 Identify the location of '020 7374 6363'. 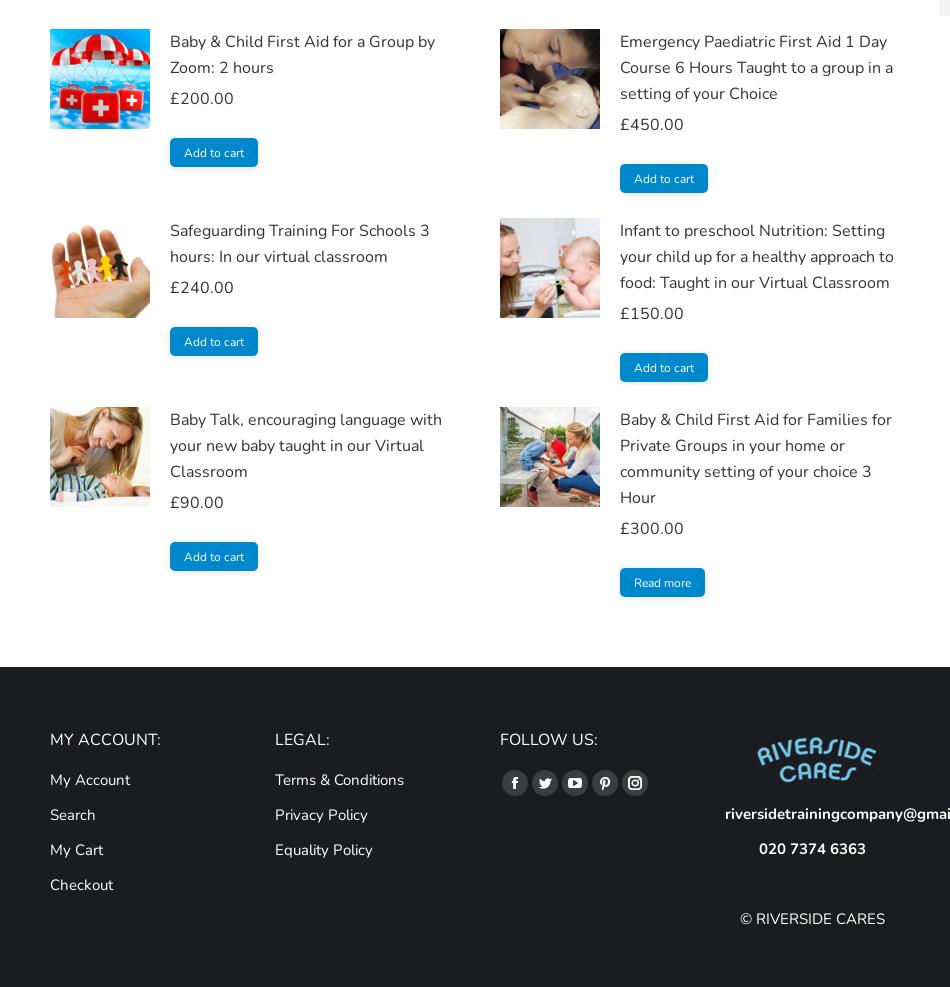
(811, 848).